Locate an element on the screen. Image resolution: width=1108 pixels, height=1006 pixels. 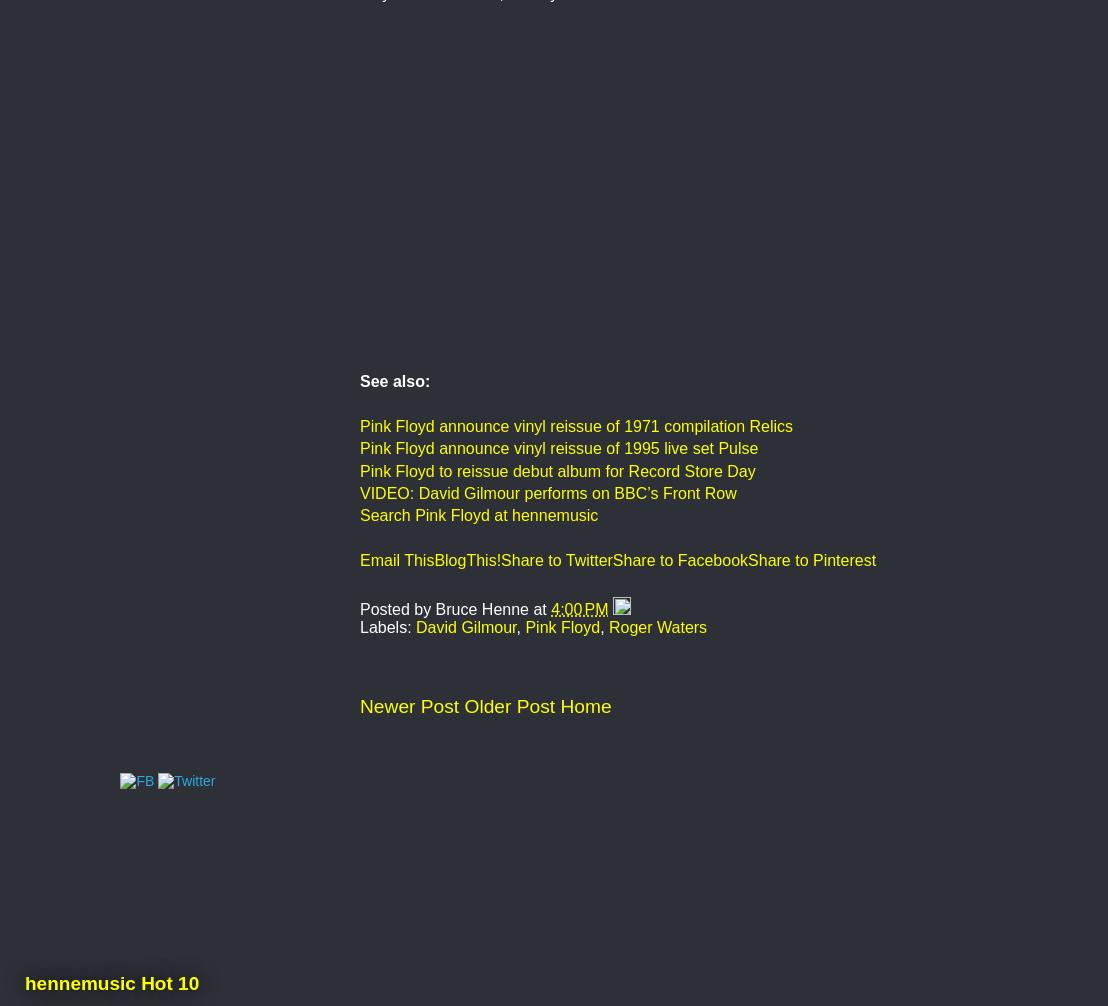
'See also:' is located at coordinates (395, 380).